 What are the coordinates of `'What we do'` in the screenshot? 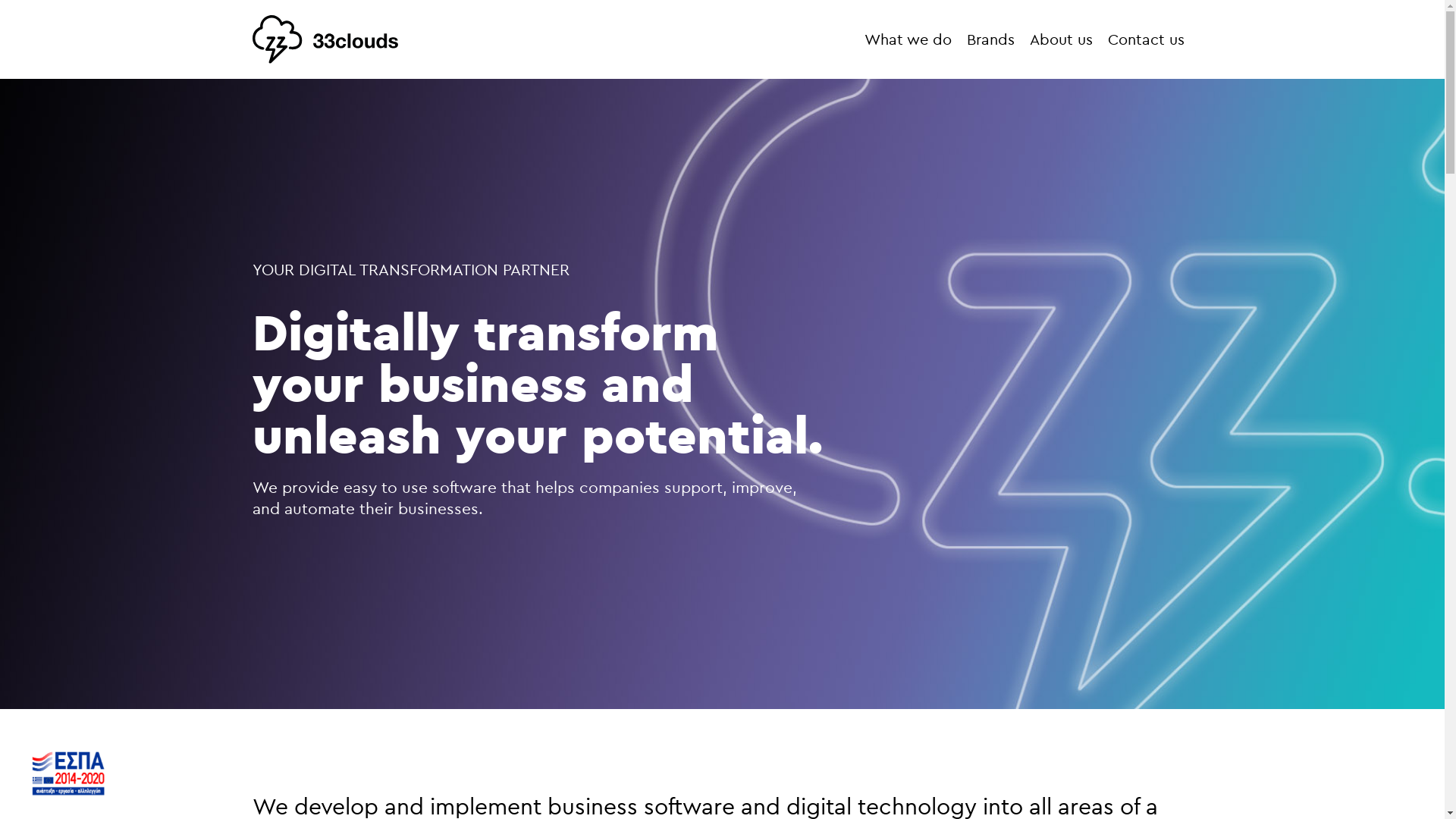 It's located at (908, 38).